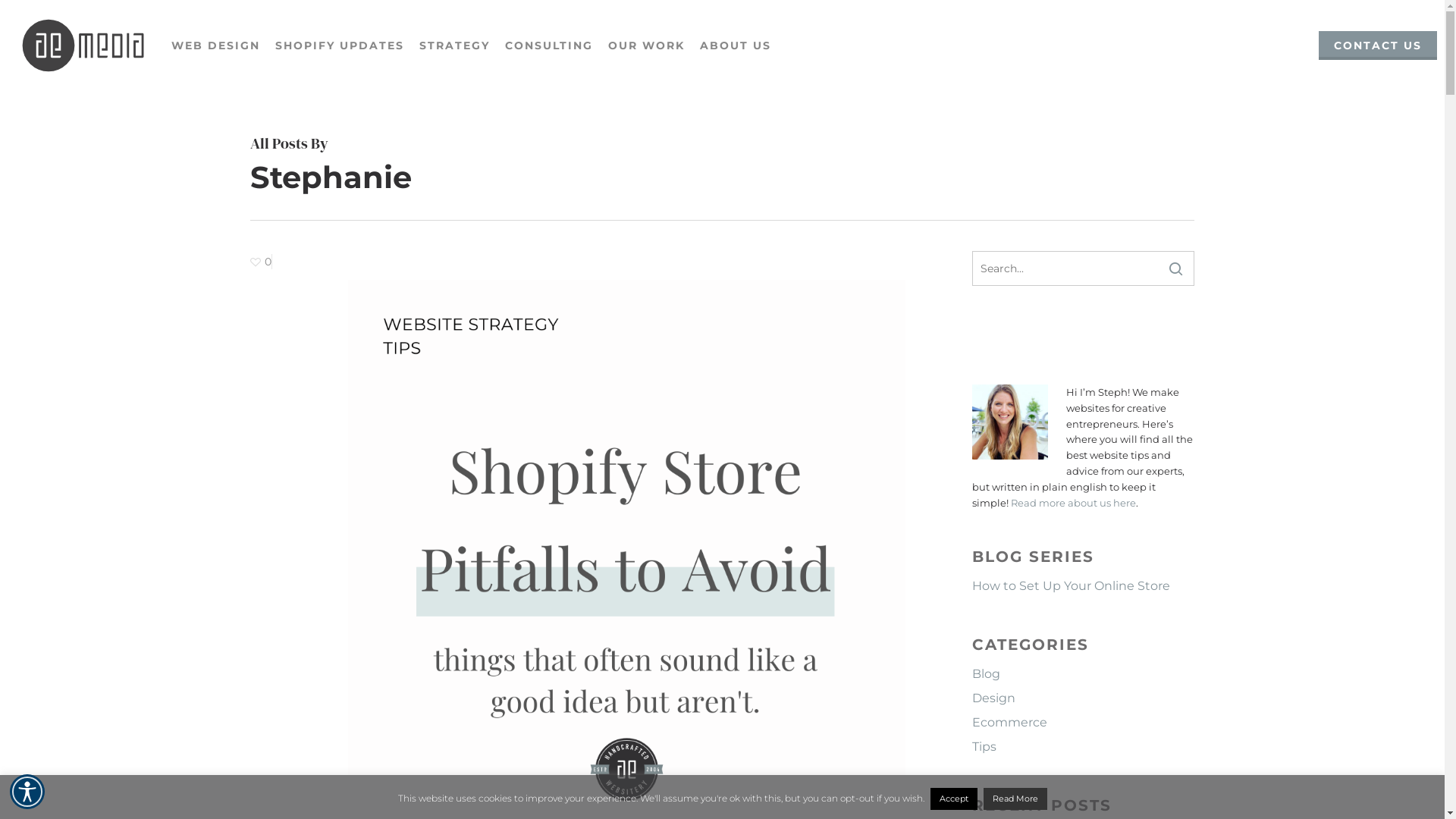  I want to click on 'How to Set Up Your Online Store', so click(1082, 585).